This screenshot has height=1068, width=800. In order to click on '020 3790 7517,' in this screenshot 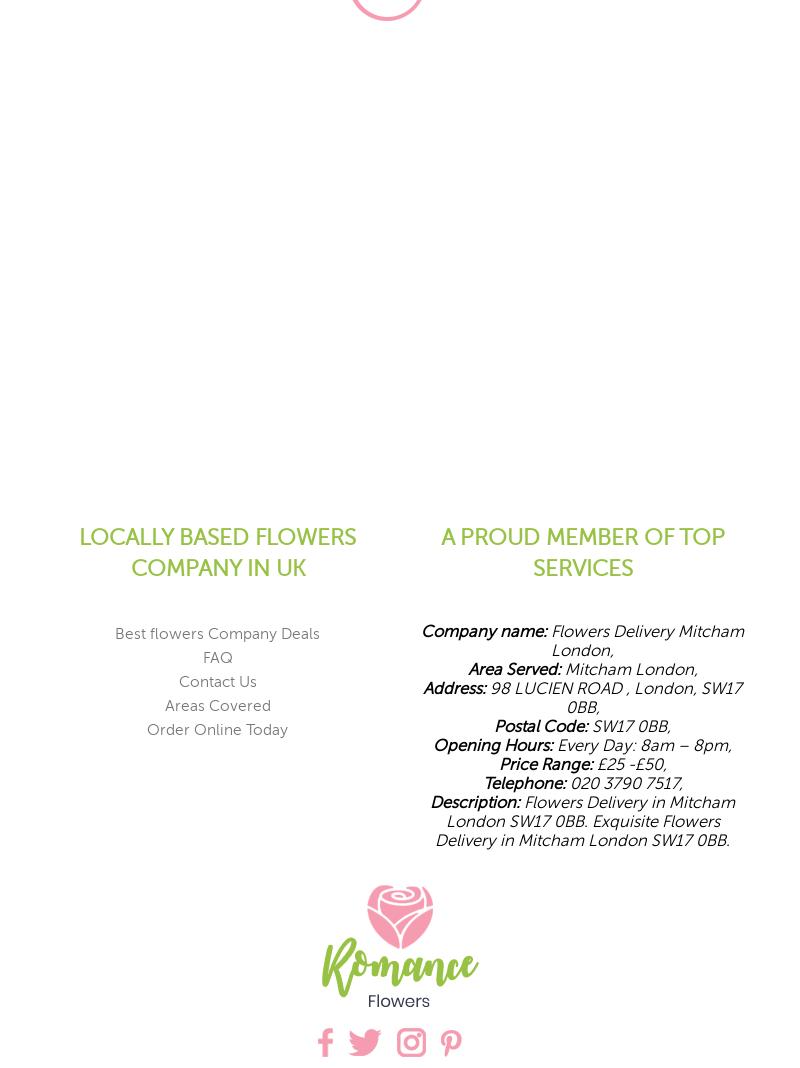, I will do `click(623, 782)`.